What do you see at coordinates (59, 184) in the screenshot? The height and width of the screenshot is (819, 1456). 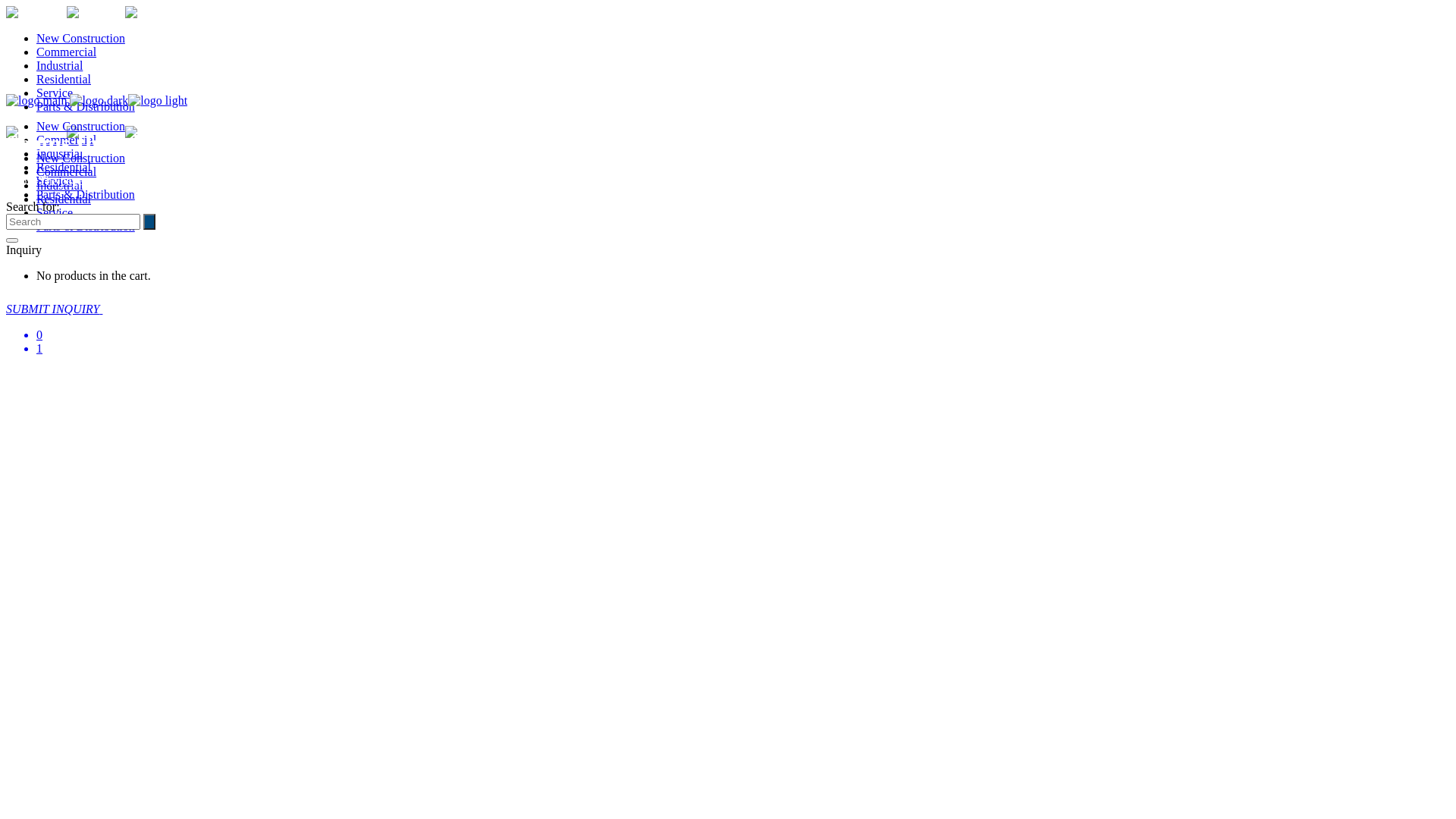 I see `'Industrial'` at bounding box center [59, 184].